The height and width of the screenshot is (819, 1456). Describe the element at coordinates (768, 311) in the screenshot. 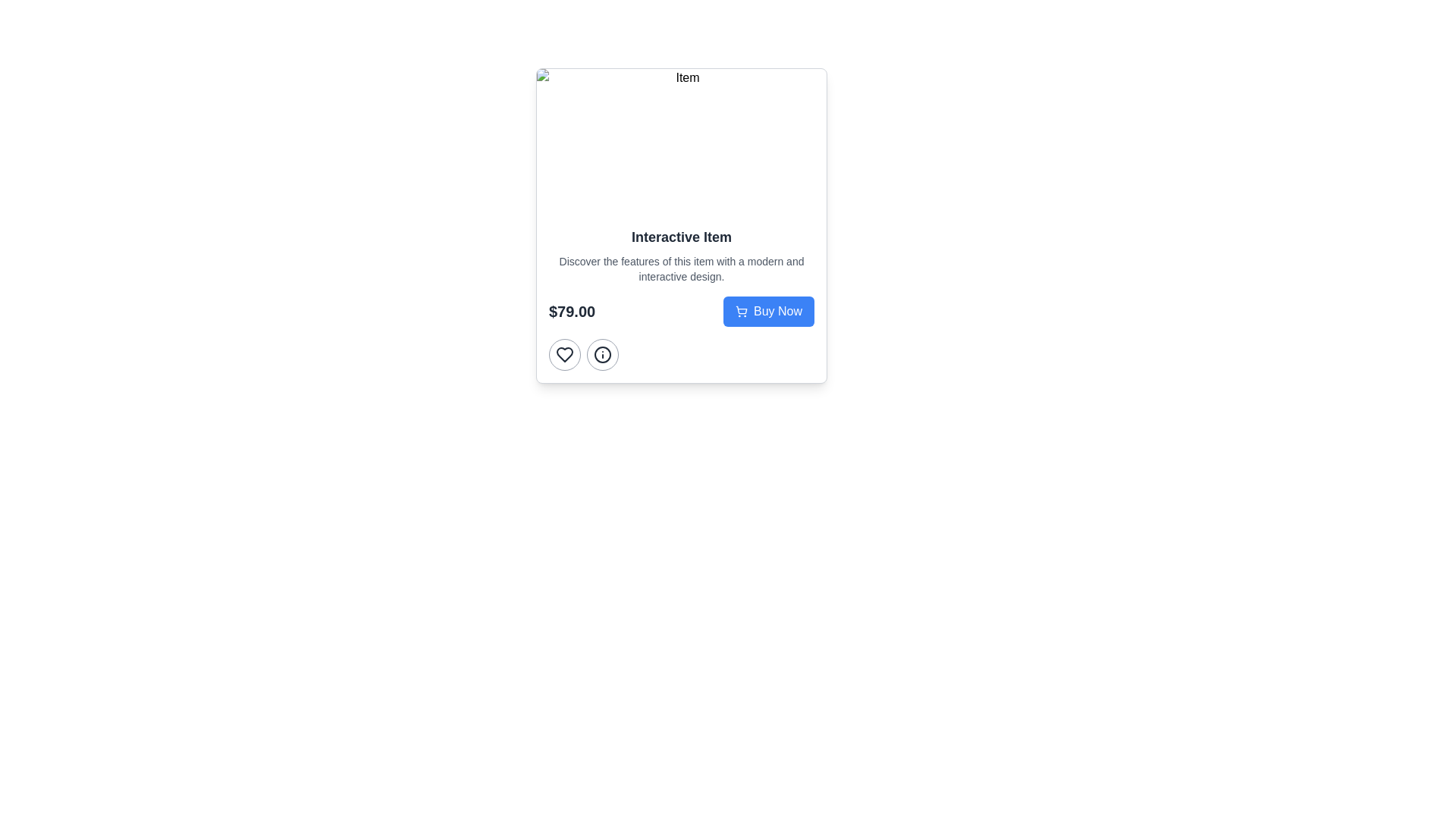

I see `the 'Buy Now' button with a blue background and a shopping cart icon to change its background color` at that location.